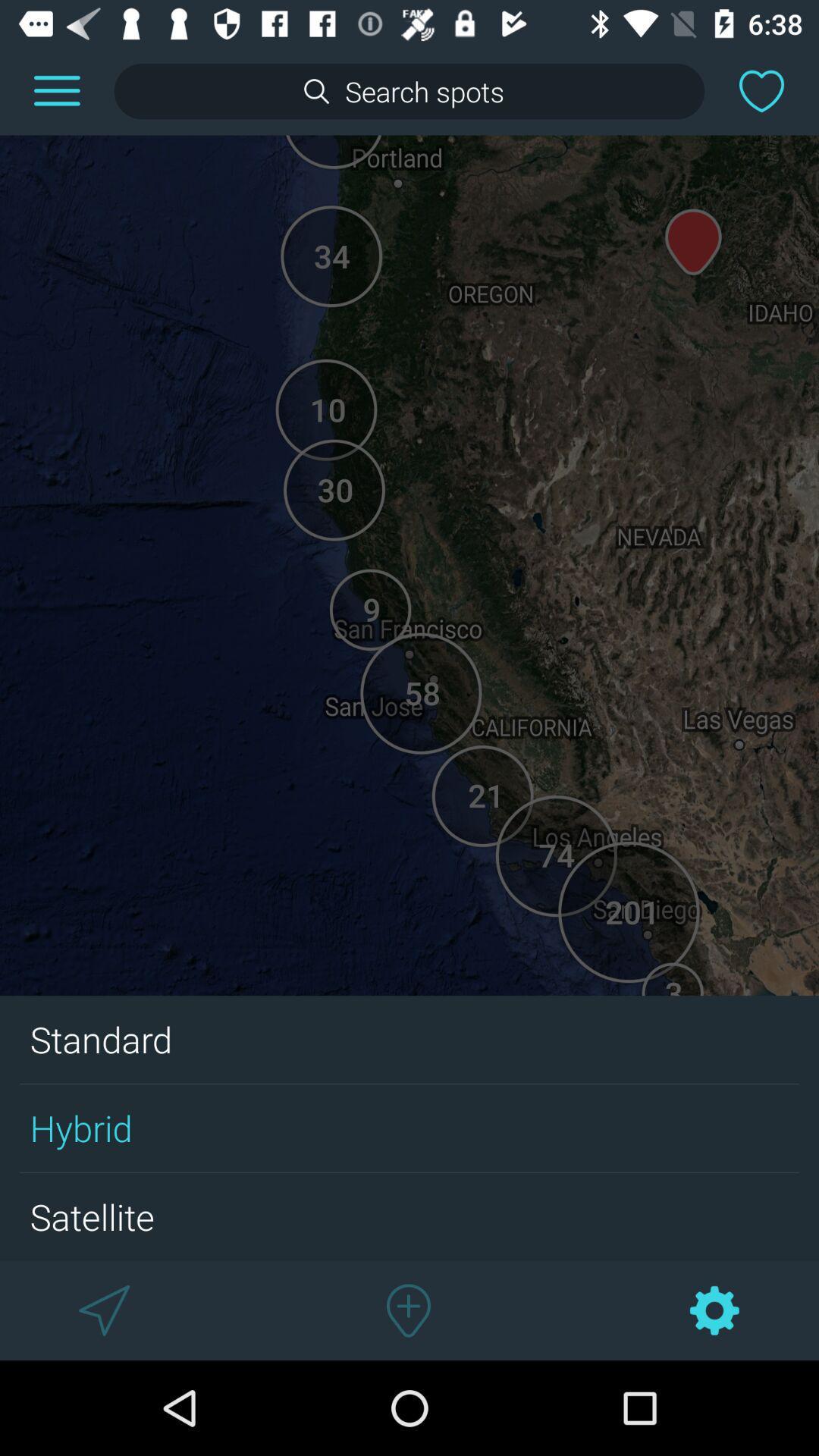 The image size is (819, 1456). What do you see at coordinates (103, 1310) in the screenshot?
I see `the navigation icon` at bounding box center [103, 1310].